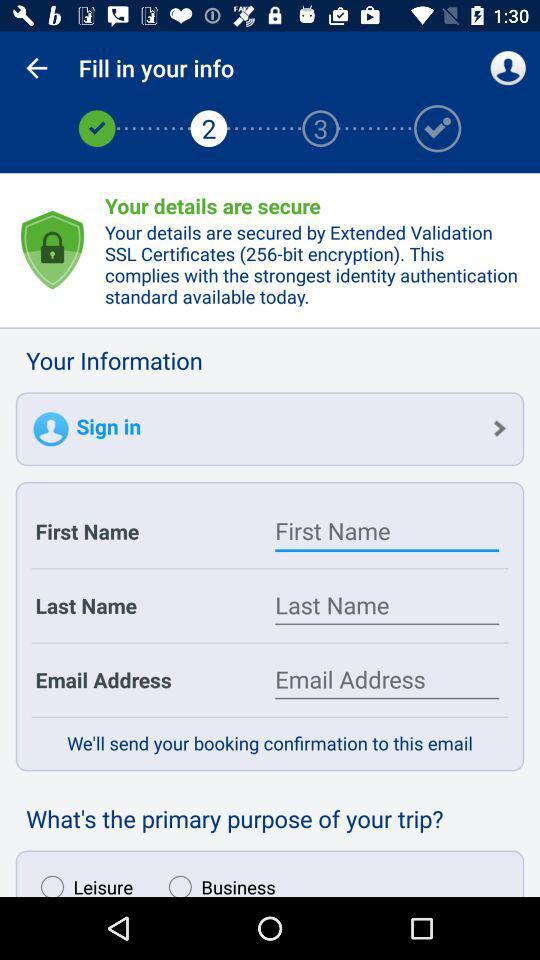 The height and width of the screenshot is (960, 540). Describe the element at coordinates (81, 880) in the screenshot. I see `icon to the left of business item` at that location.